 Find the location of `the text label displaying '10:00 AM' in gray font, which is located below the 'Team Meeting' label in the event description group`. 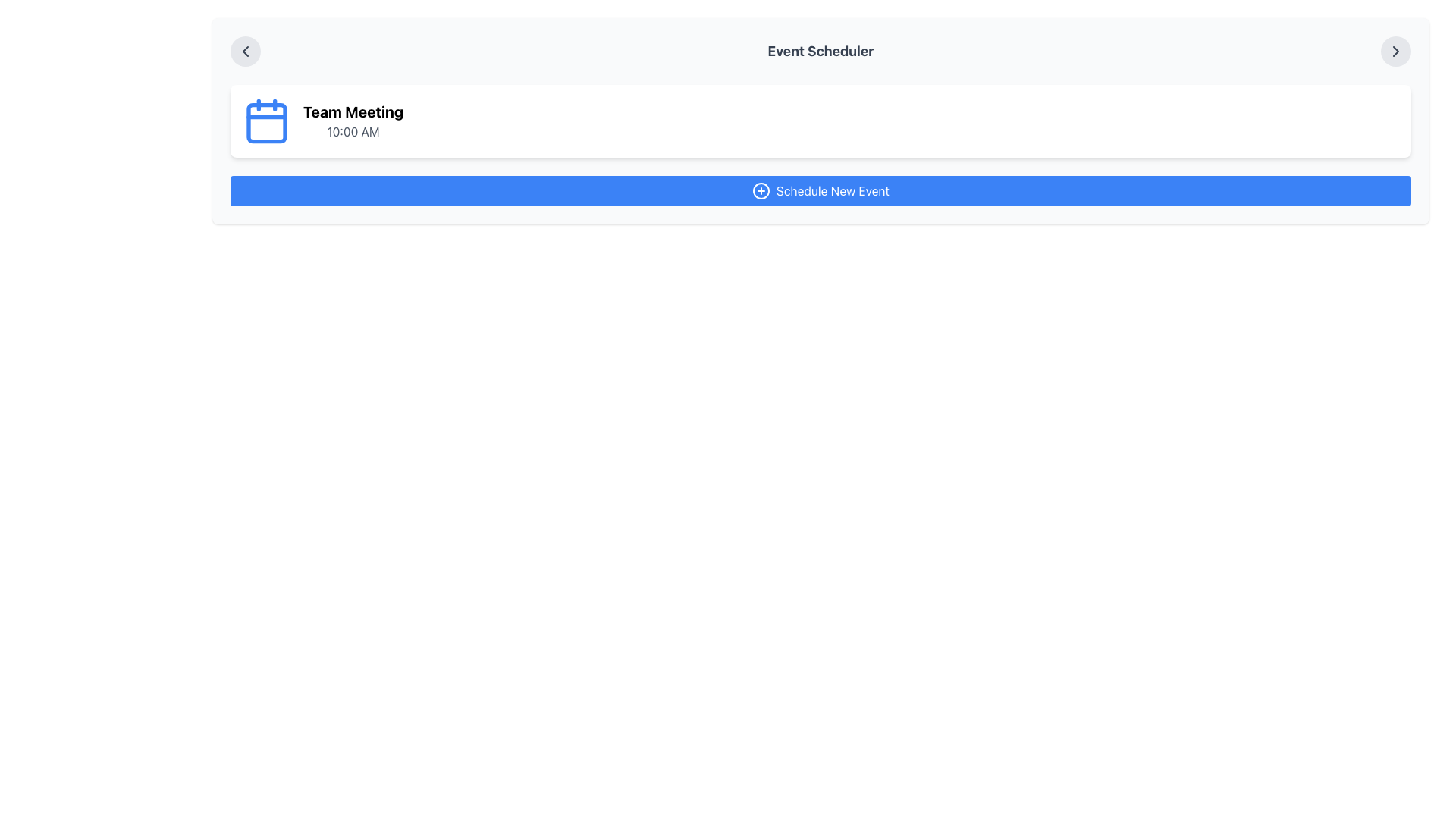

the text label displaying '10:00 AM' in gray font, which is located below the 'Team Meeting' label in the event description group is located at coordinates (352, 130).